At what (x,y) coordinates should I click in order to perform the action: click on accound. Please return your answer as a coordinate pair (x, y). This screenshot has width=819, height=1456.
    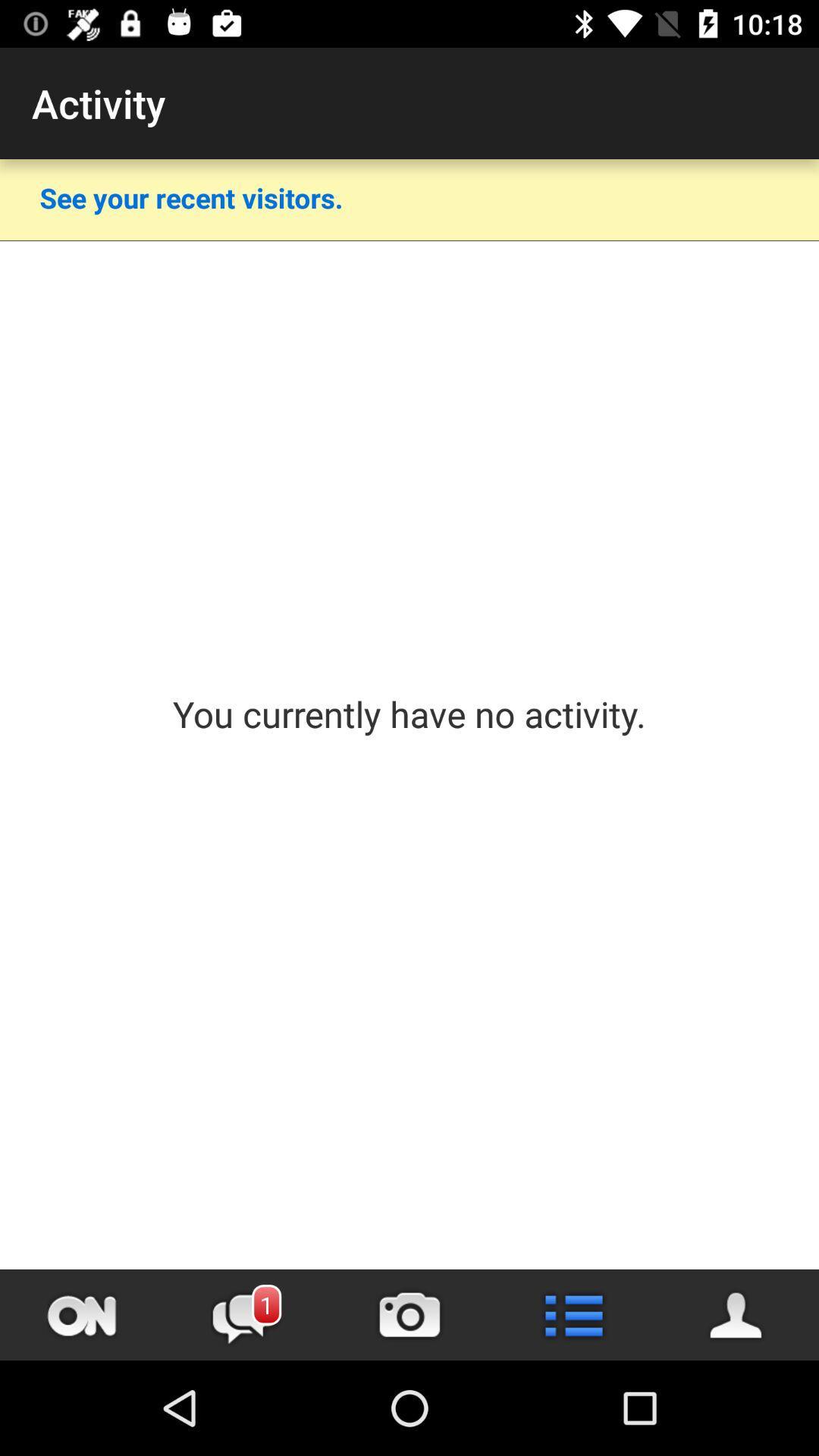
    Looking at the image, I should click on (736, 1314).